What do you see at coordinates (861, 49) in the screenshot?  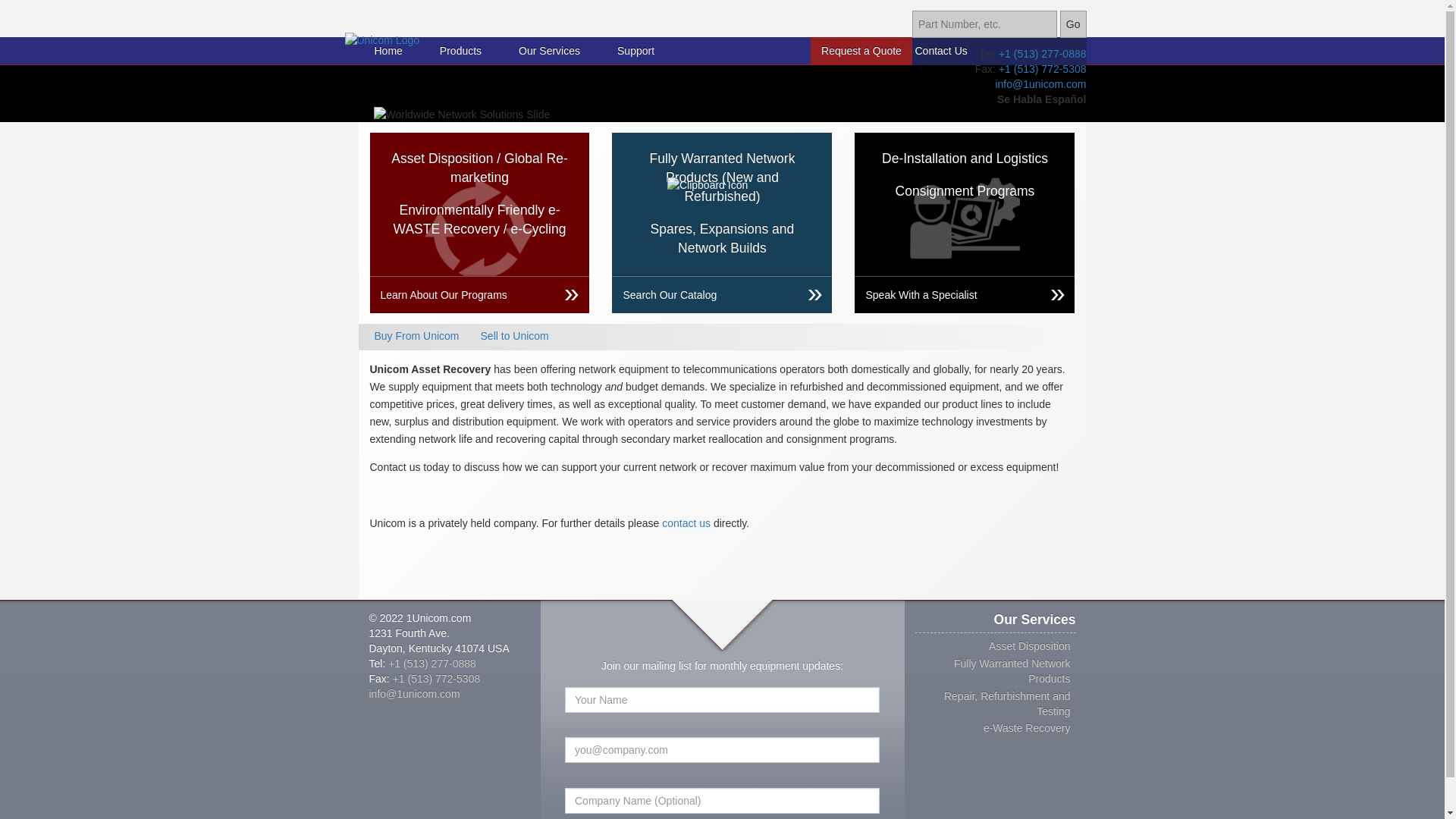 I see `'Request a Quote'` at bounding box center [861, 49].